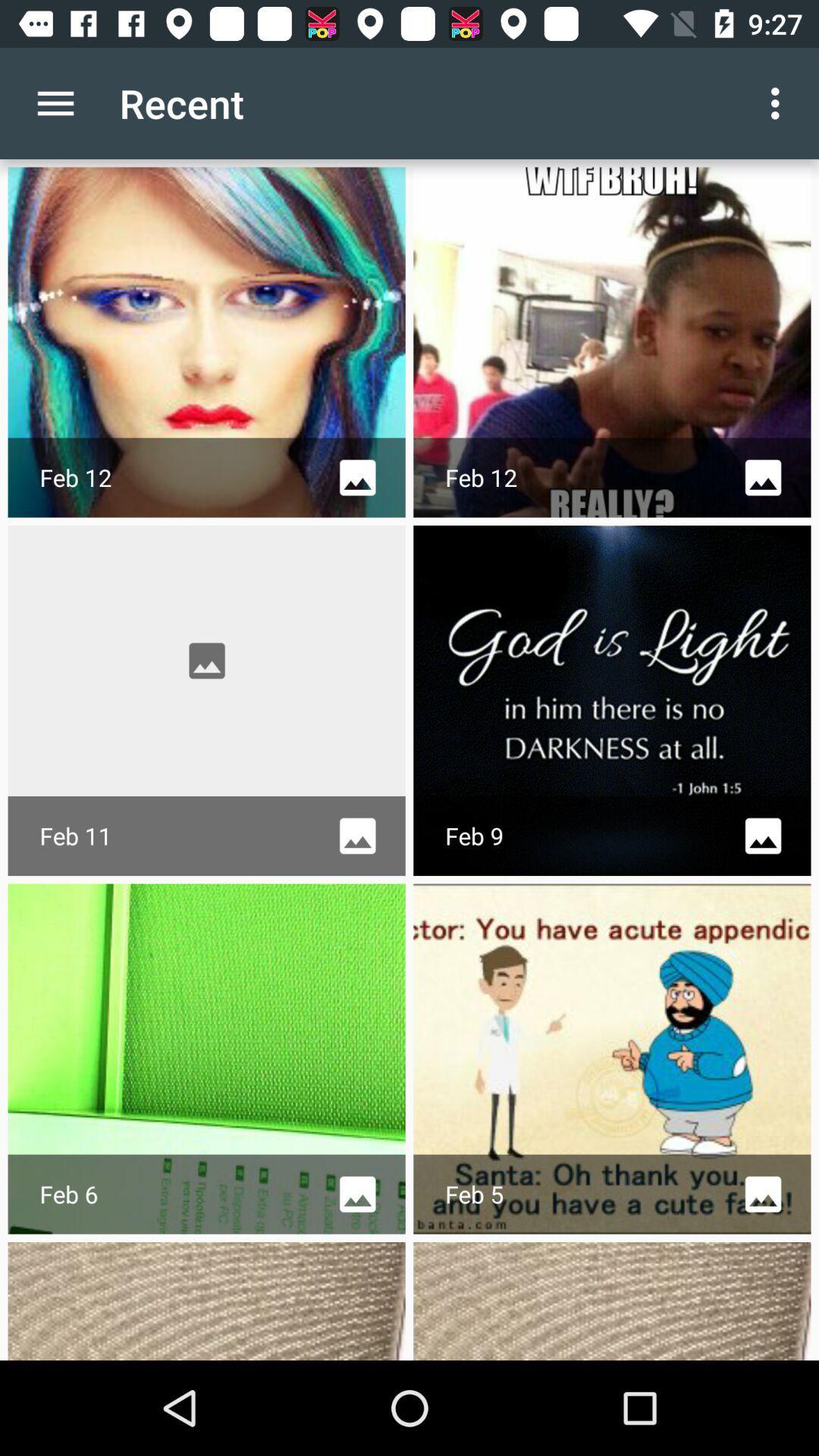 This screenshot has height=1456, width=819. I want to click on the app next to the recent item, so click(55, 102).